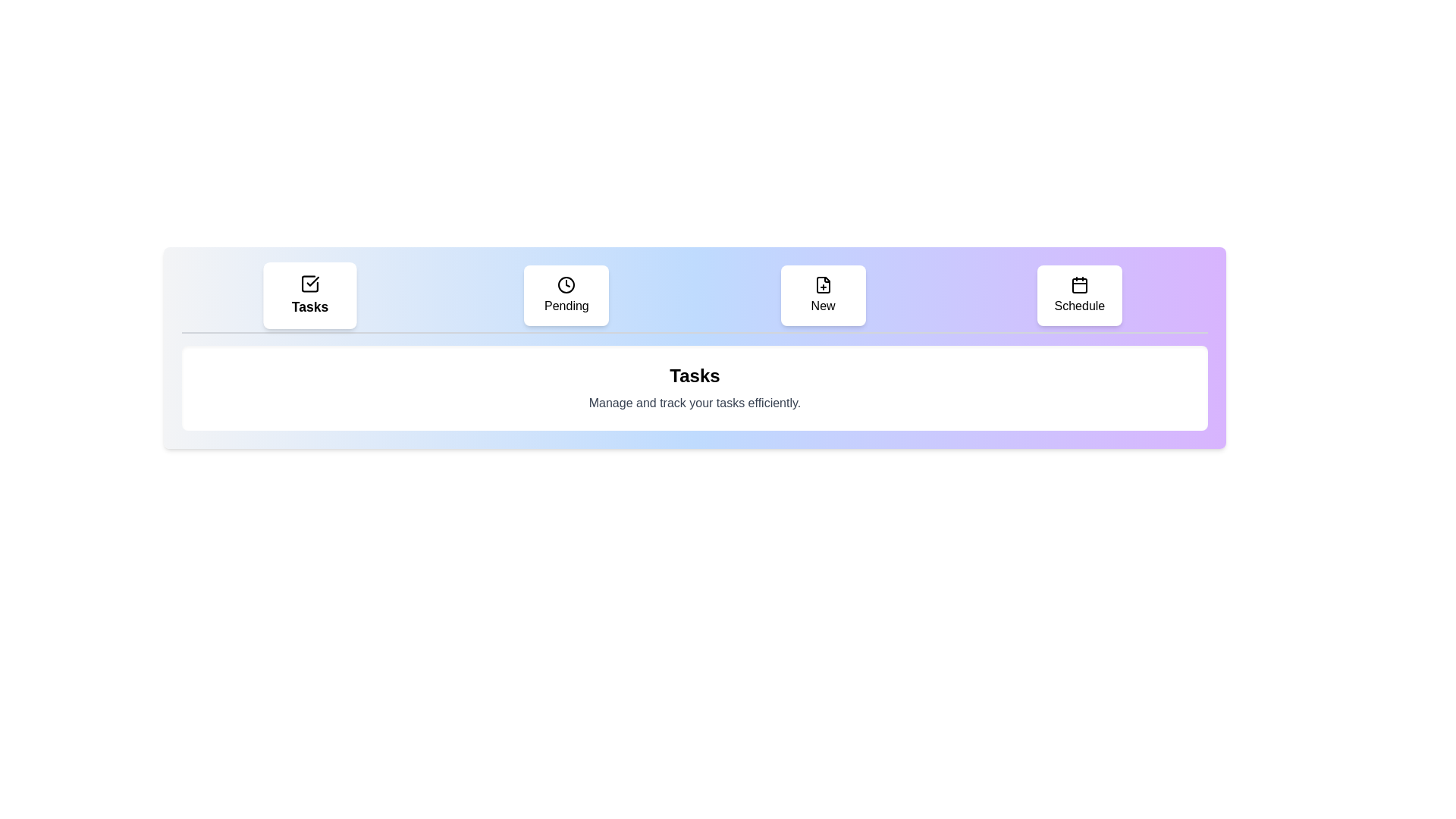  Describe the element at coordinates (822, 295) in the screenshot. I see `the tab labeled 'New' to view its content` at that location.